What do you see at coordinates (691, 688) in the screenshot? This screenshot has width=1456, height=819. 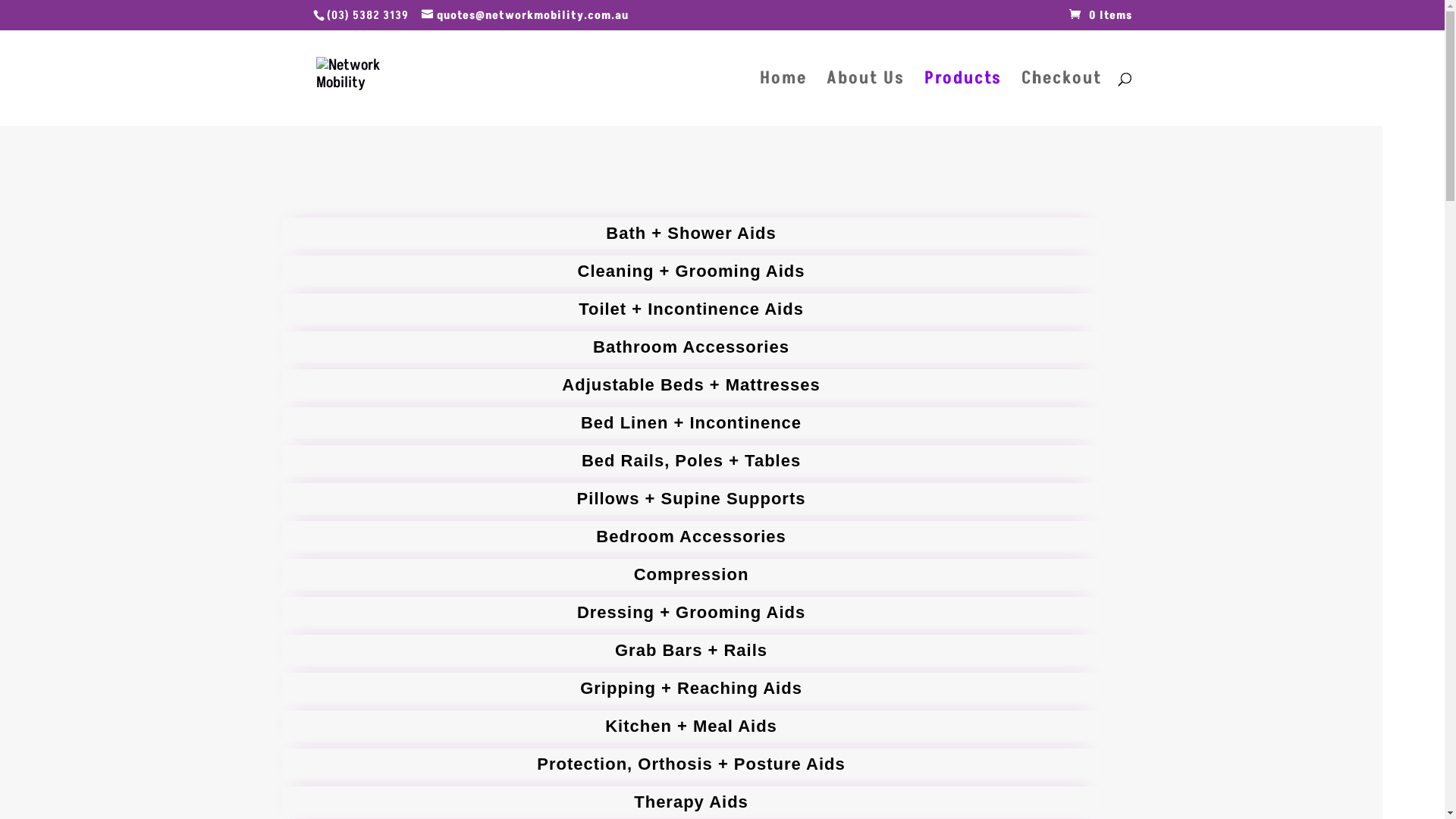 I see `'Gripping + Reaching Aids'` at bounding box center [691, 688].